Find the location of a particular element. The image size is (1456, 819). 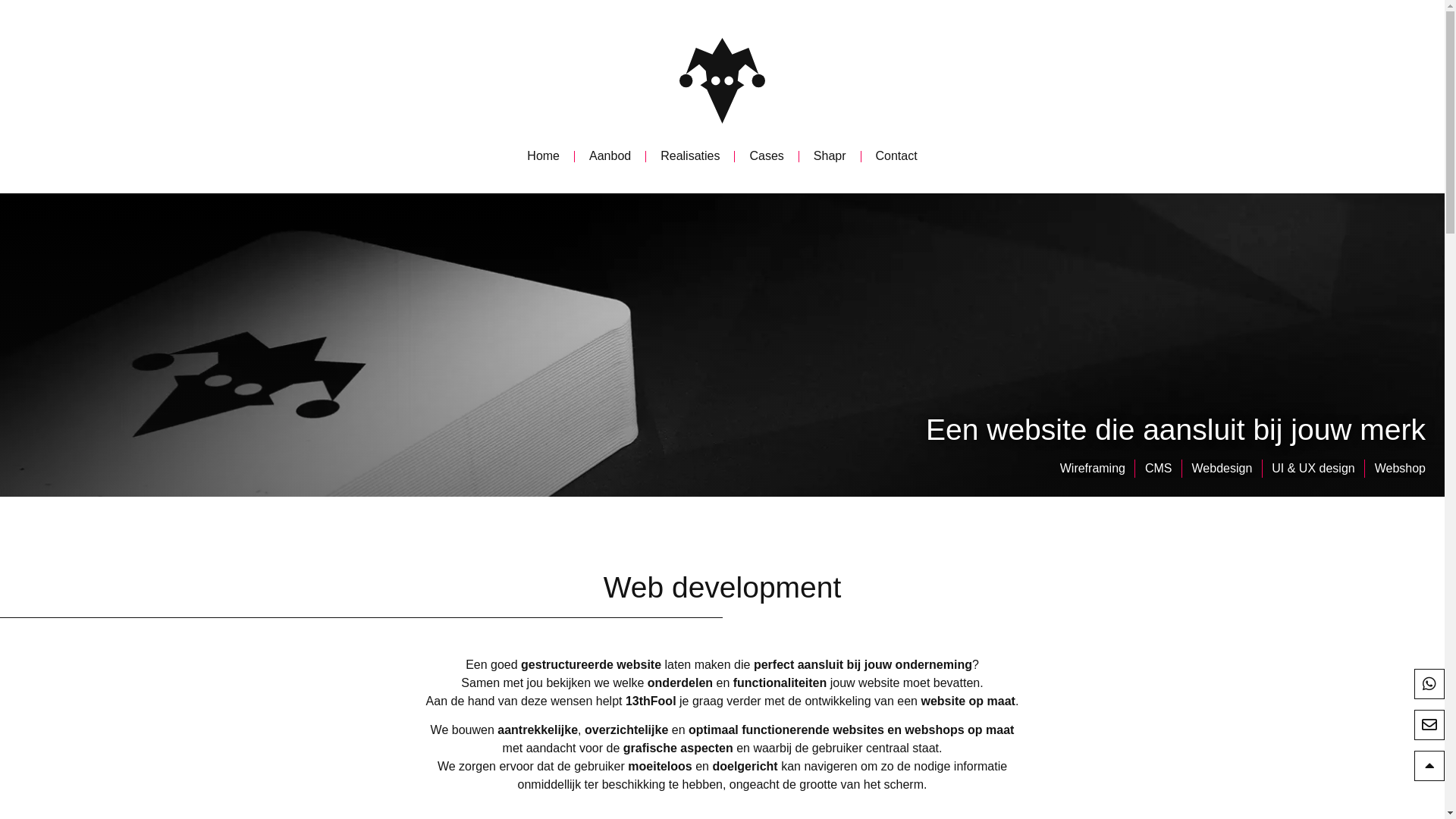

'Cases' is located at coordinates (766, 155).